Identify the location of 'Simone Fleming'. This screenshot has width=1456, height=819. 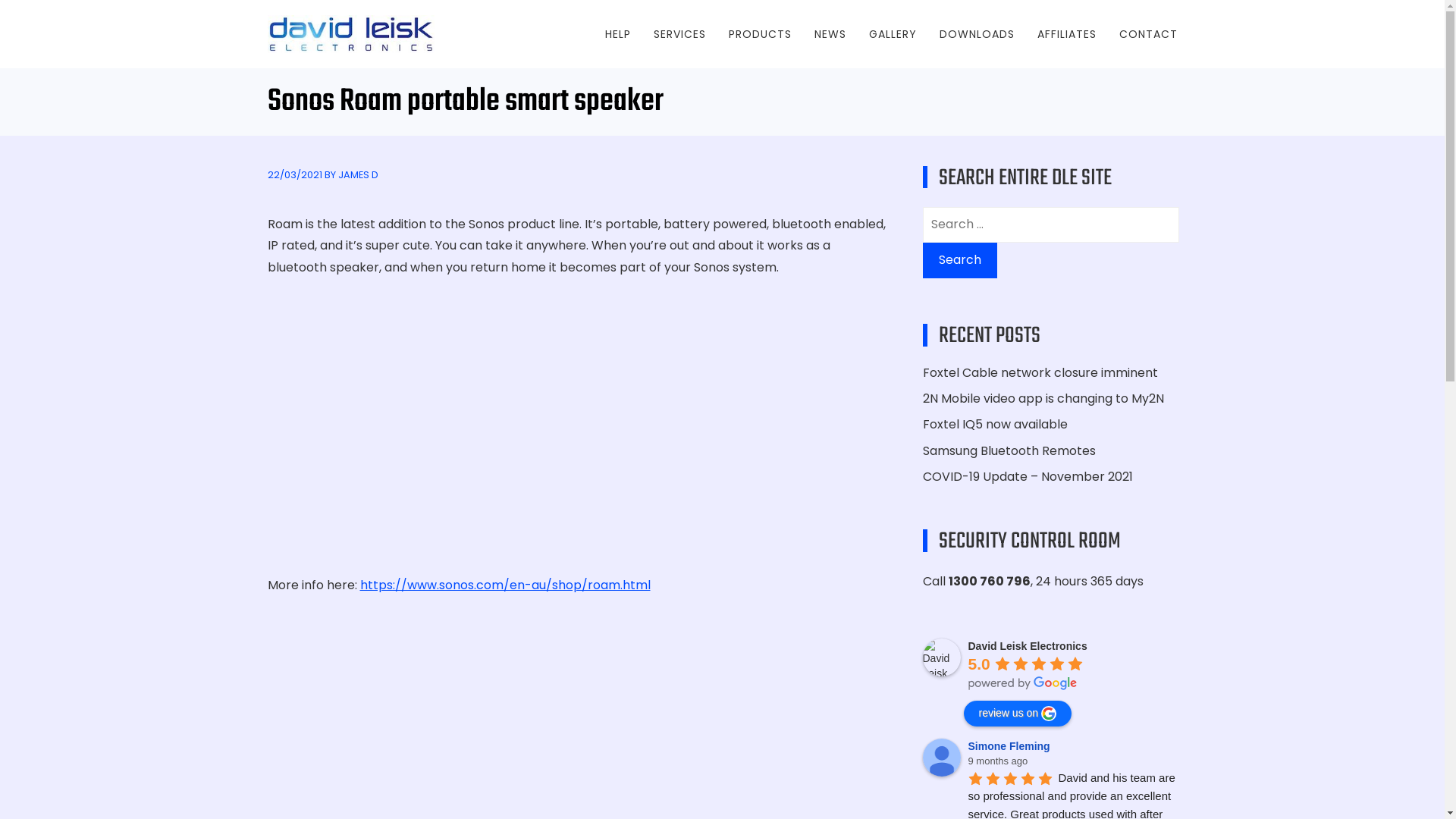
(940, 758).